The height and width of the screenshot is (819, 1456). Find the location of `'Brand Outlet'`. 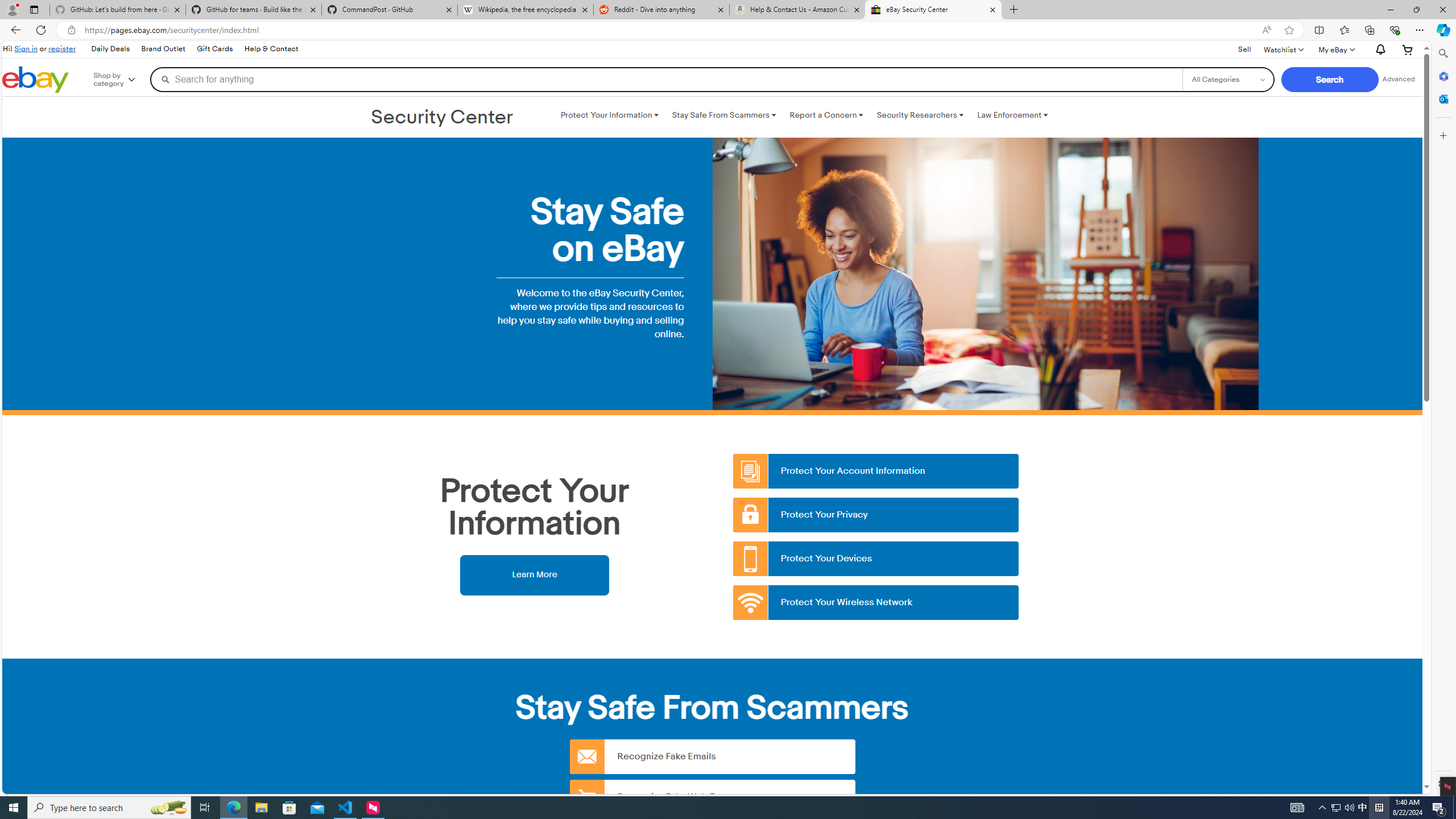

'Brand Outlet' is located at coordinates (164, 49).